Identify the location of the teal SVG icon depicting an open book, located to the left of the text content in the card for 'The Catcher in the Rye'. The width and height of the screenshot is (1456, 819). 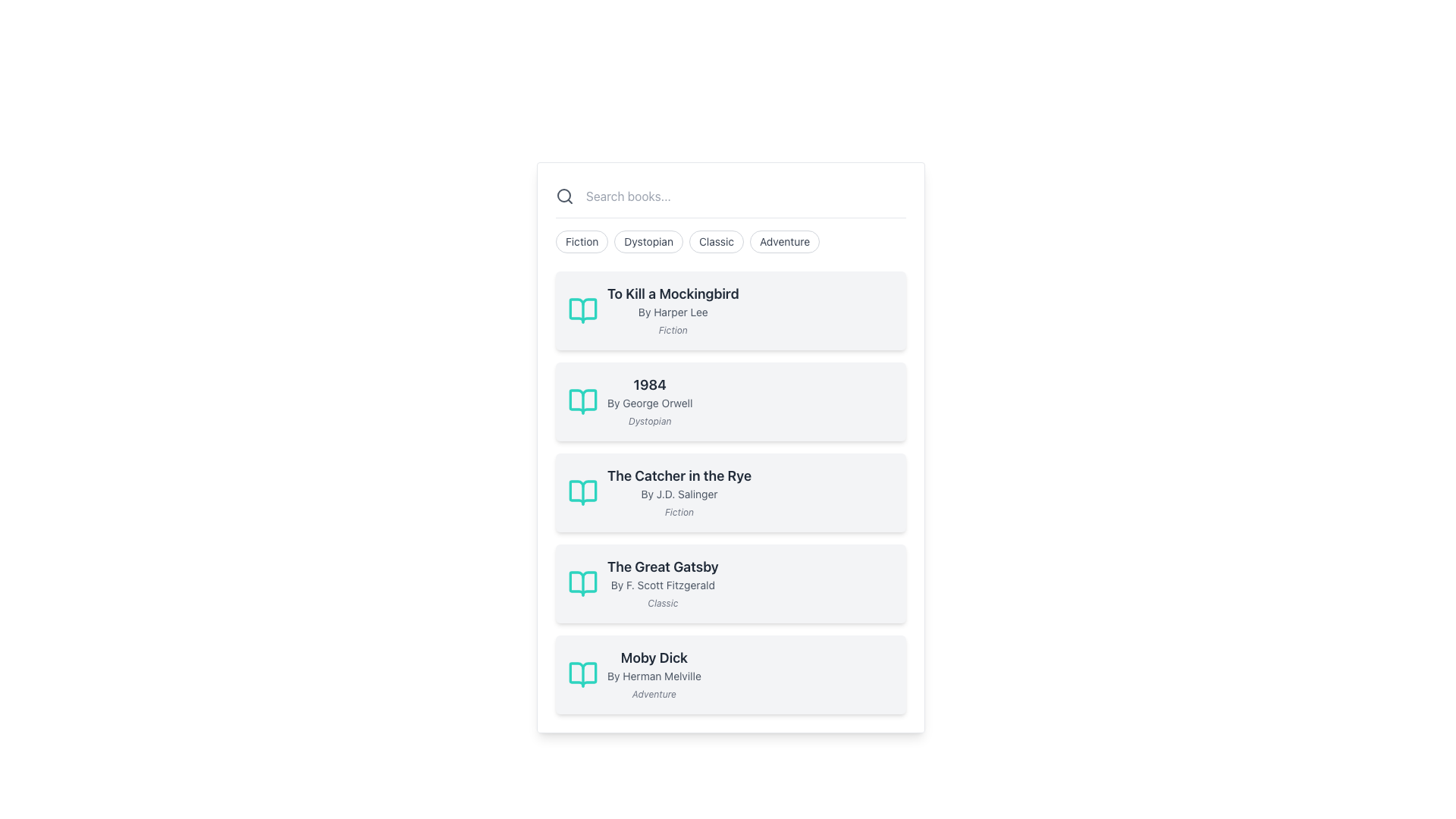
(582, 493).